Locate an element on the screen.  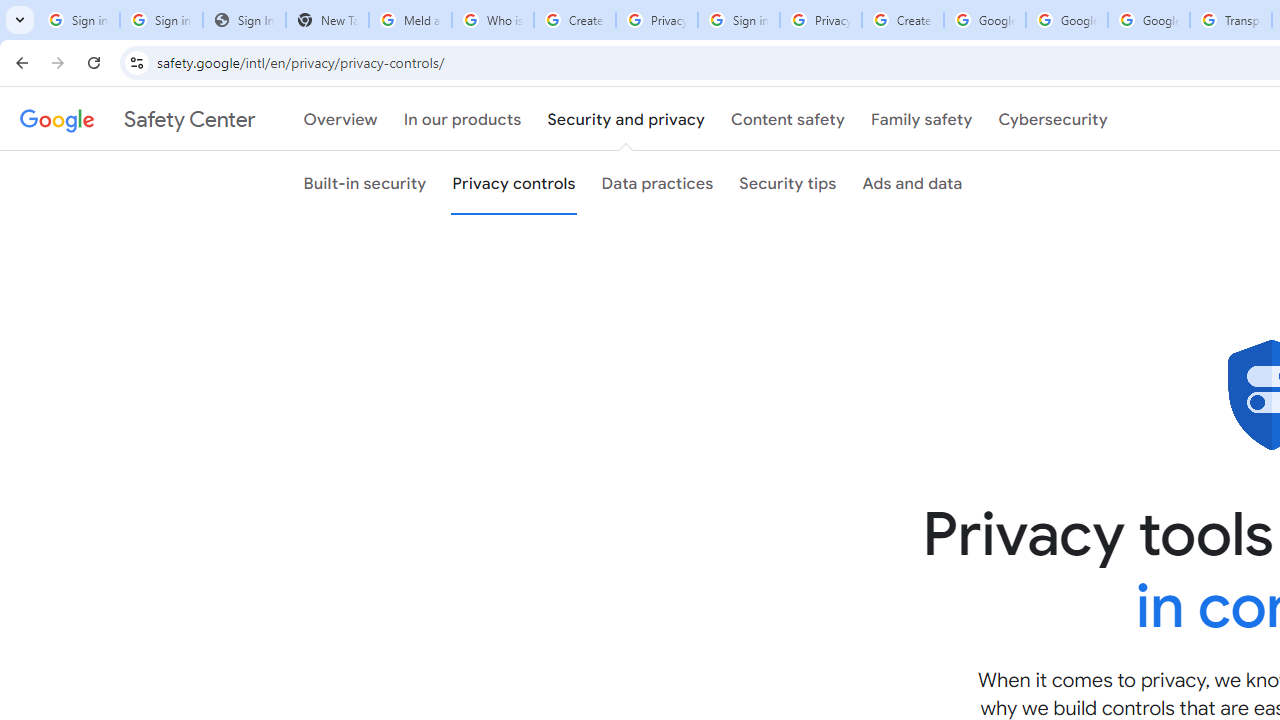
'Ads and data' is located at coordinates (911, 183).